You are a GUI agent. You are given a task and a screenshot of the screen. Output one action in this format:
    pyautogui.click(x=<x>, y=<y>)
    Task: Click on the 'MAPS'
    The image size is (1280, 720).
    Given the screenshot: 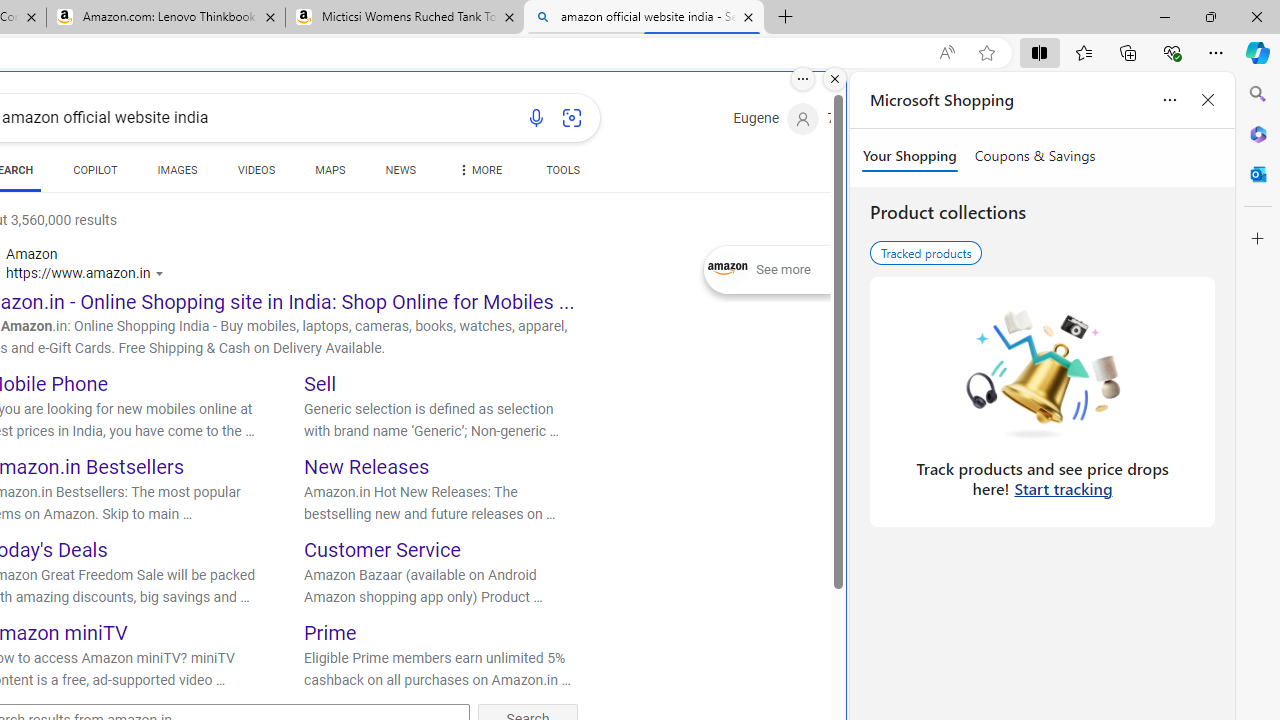 What is the action you would take?
    pyautogui.click(x=330, y=170)
    